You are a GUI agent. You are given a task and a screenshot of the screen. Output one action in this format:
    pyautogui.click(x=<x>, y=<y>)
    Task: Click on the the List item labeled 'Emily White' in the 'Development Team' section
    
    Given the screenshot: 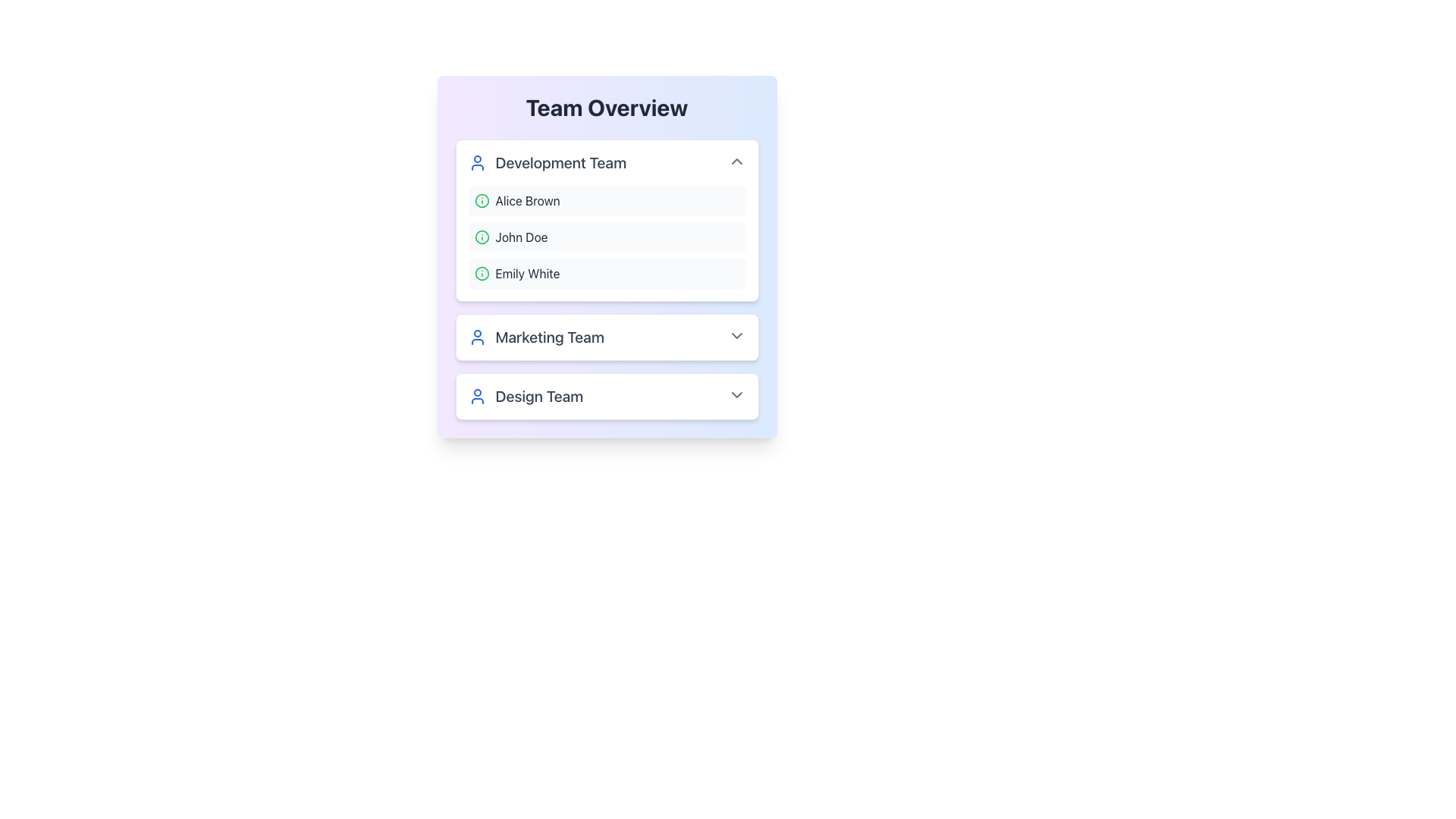 What is the action you would take?
    pyautogui.click(x=607, y=274)
    